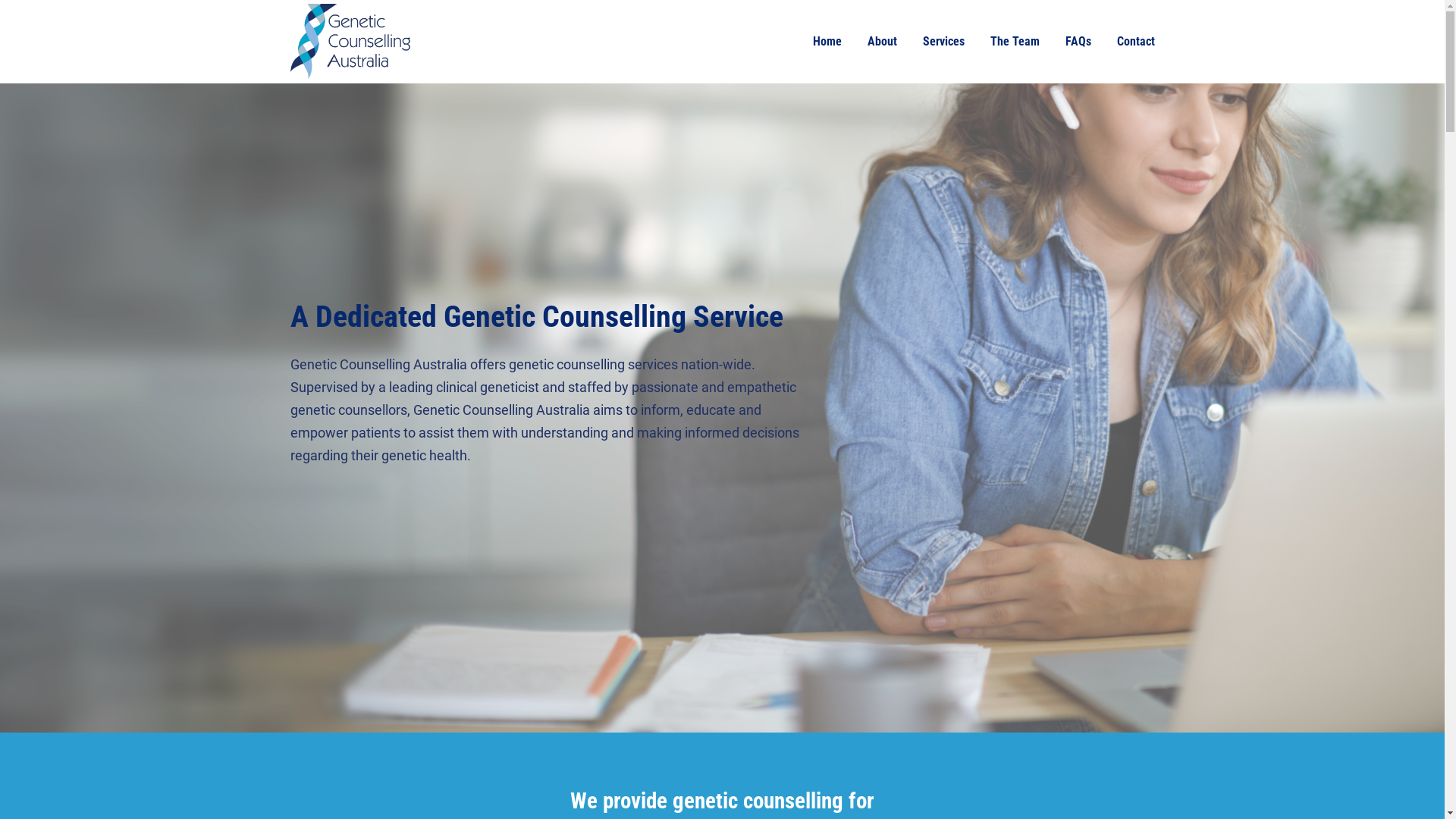 The image size is (1456, 819). What do you see at coordinates (882, 40) in the screenshot?
I see `'About'` at bounding box center [882, 40].